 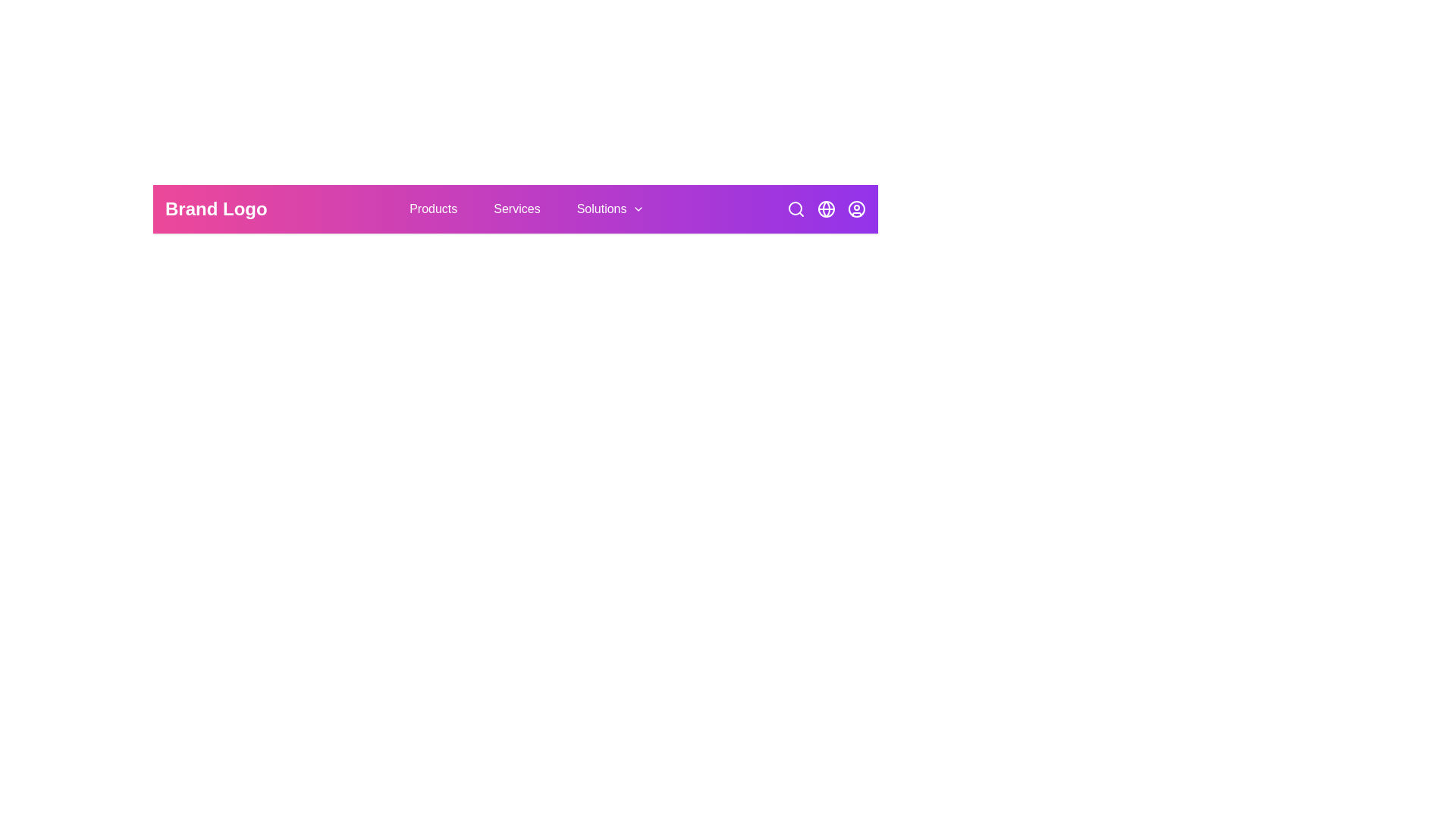 I want to click on the navigation button labeled Solutions, so click(x=610, y=209).